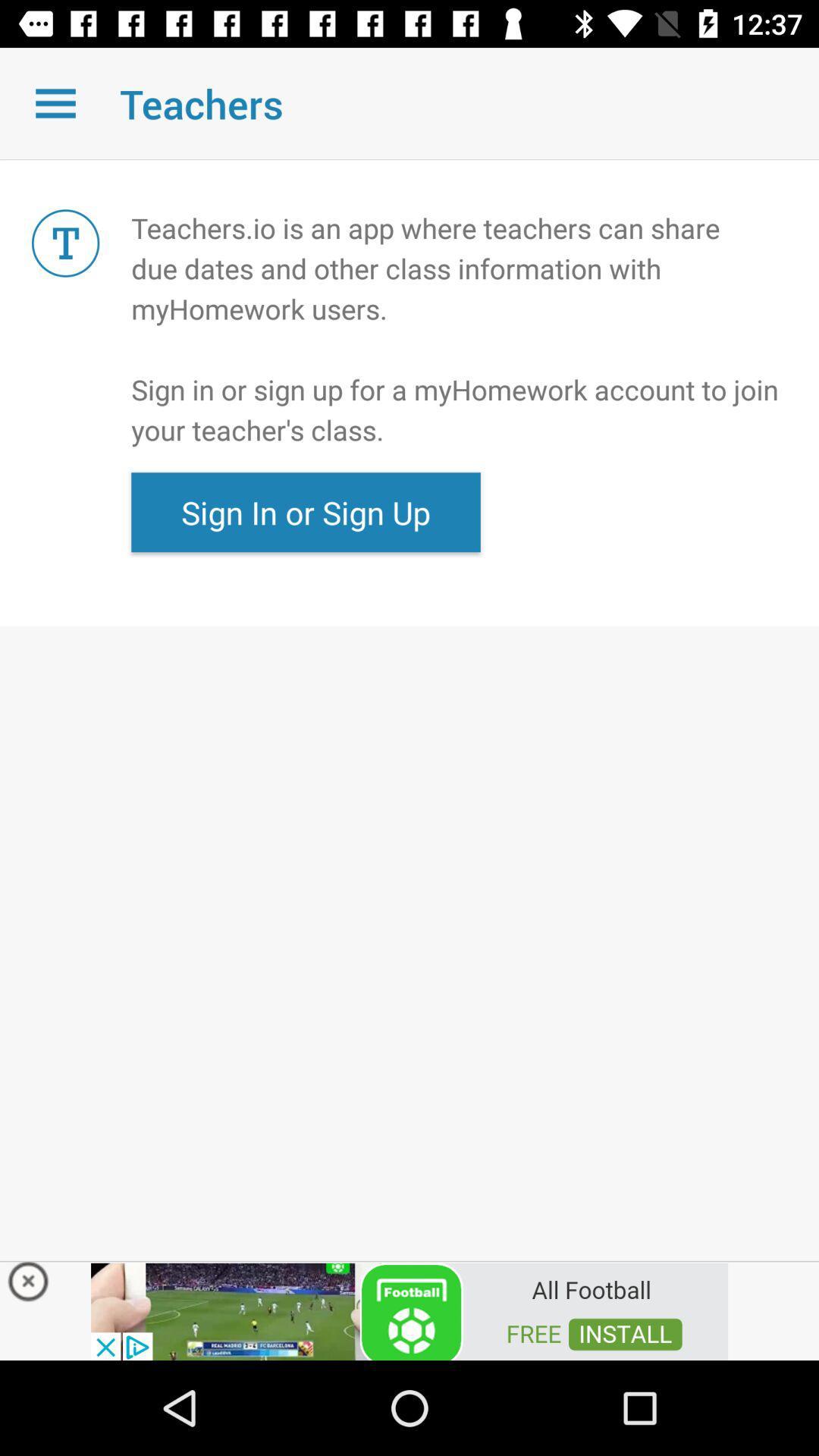  I want to click on open drop down menu, so click(55, 102).